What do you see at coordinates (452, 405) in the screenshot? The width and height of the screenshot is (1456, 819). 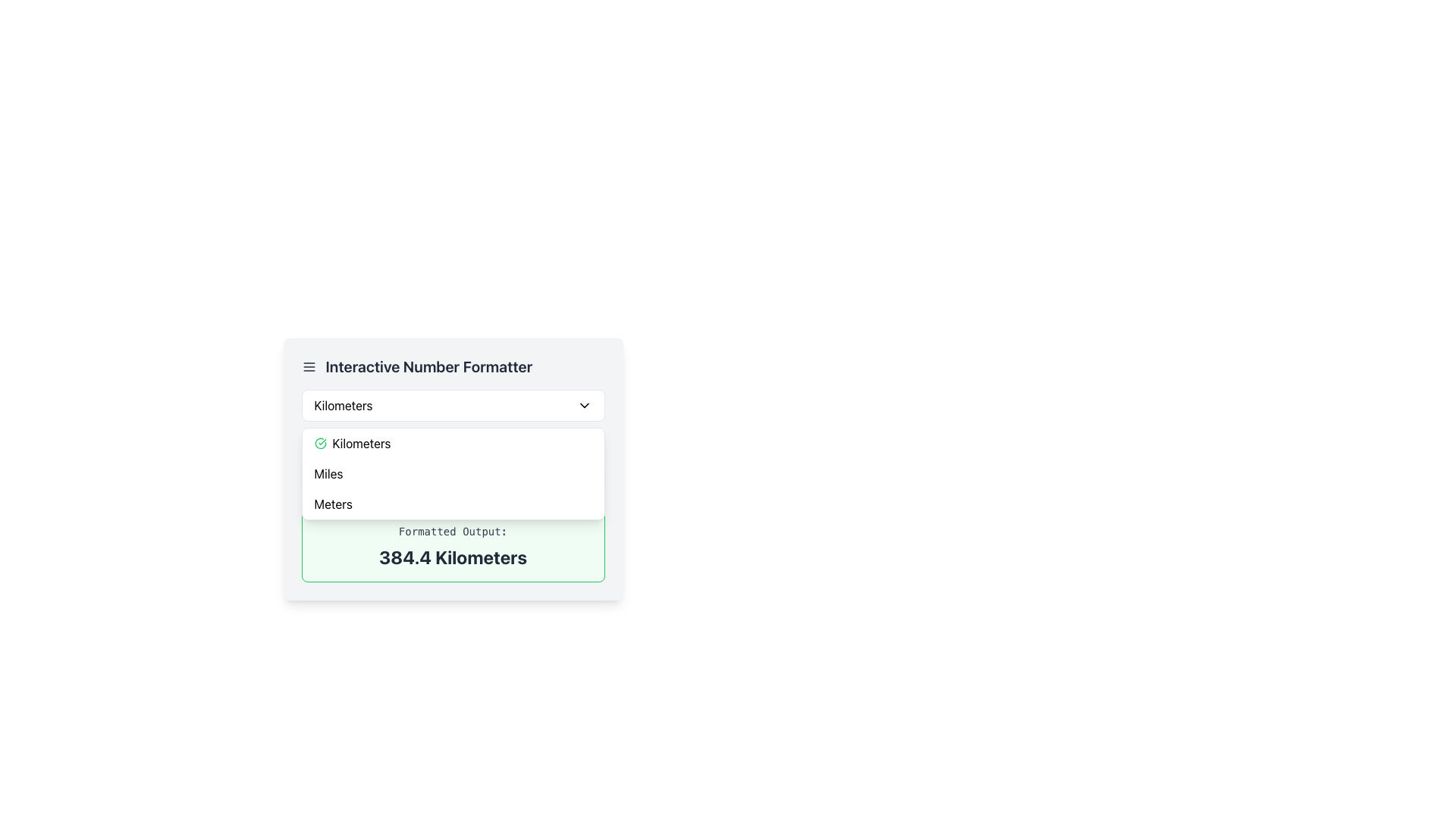 I see `the dropdown menu displaying 'Kilometers' for keyboard interaction` at bounding box center [452, 405].